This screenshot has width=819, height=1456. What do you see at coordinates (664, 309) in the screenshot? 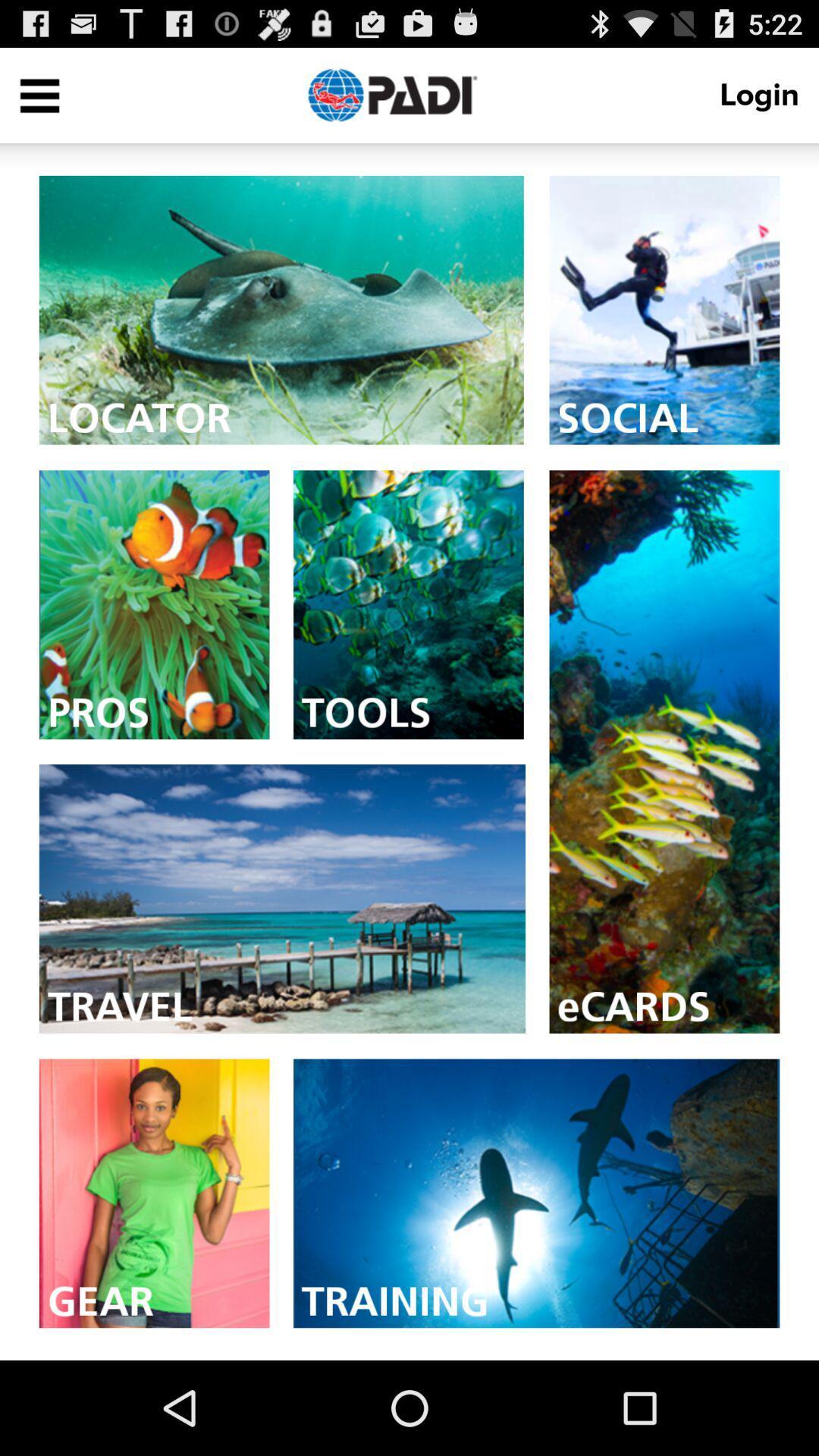
I see `image from social category` at bounding box center [664, 309].